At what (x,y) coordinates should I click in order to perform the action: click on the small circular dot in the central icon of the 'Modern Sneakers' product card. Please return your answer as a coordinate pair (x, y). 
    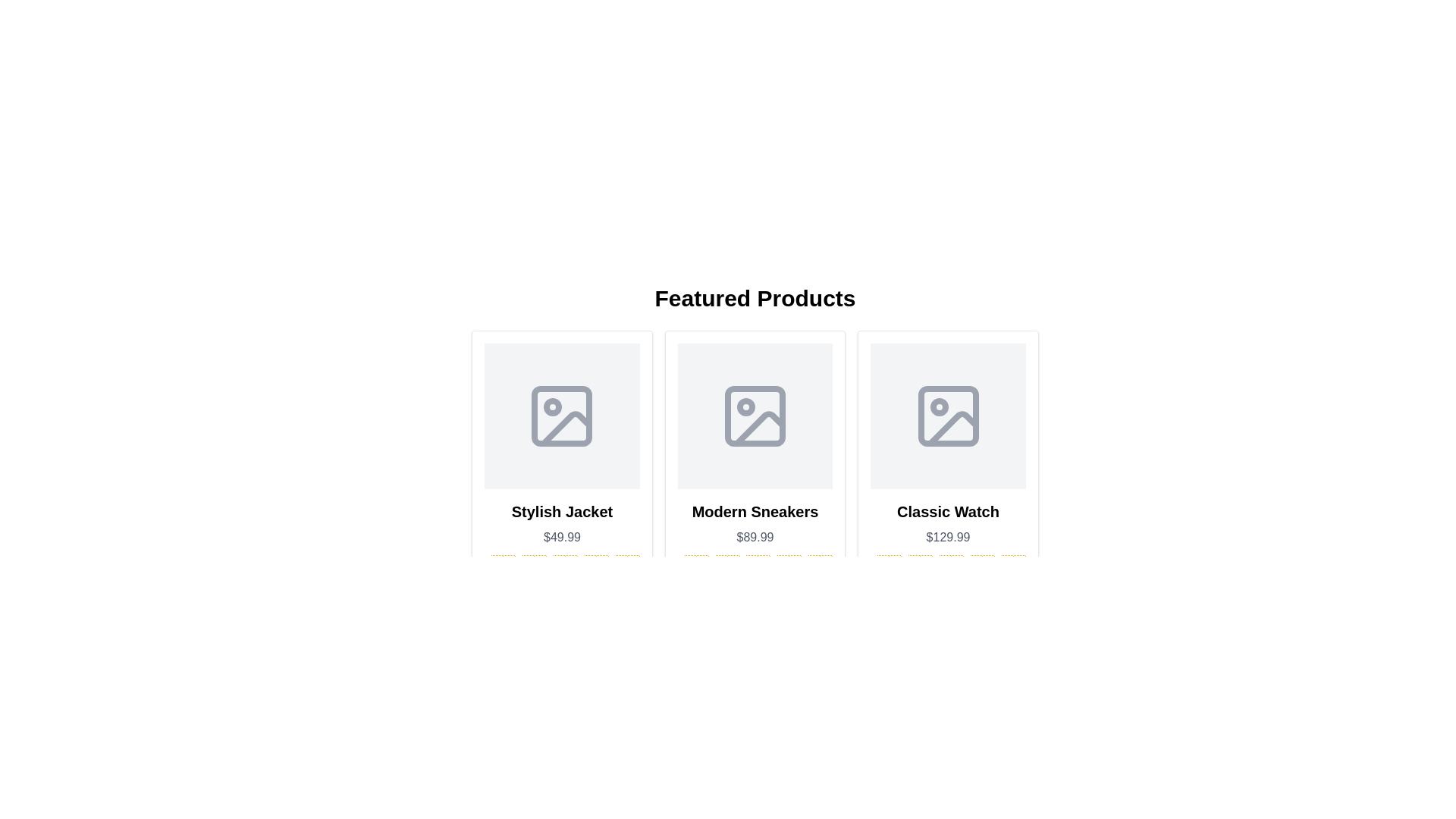
    Looking at the image, I should click on (745, 406).